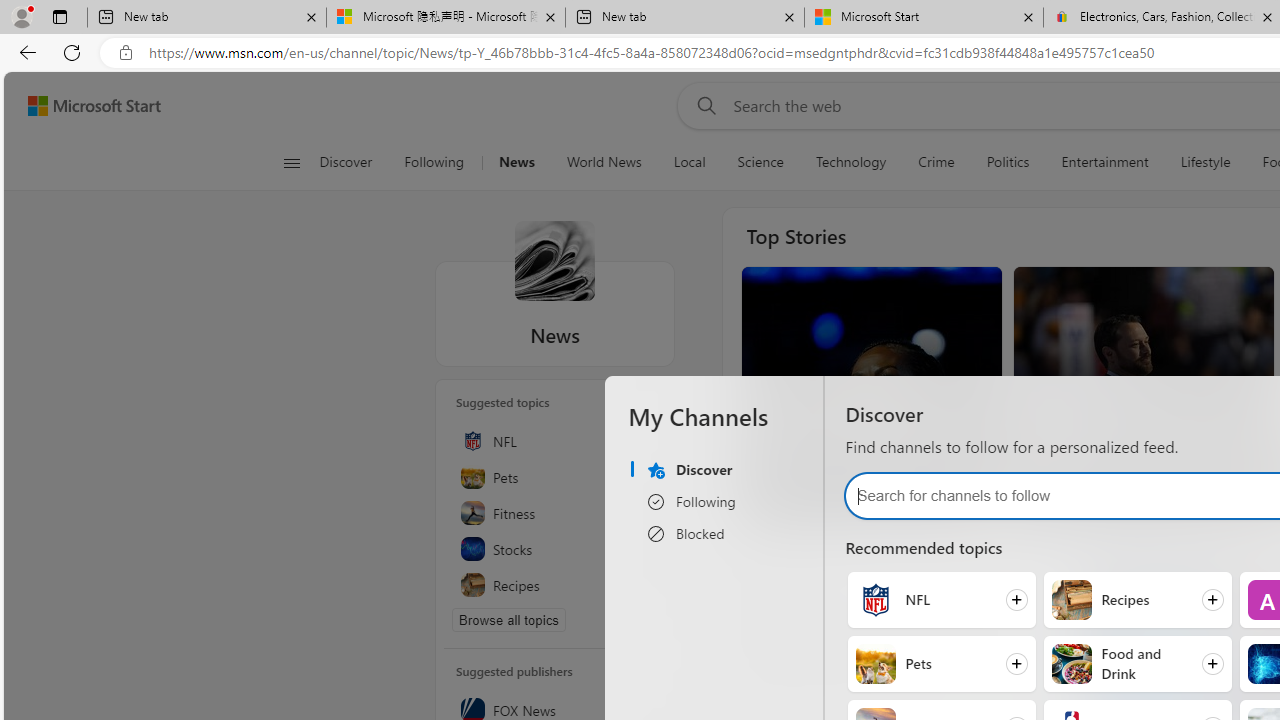 Image resolution: width=1280 pixels, height=720 pixels. Describe the element at coordinates (875, 599) in the screenshot. I see `'NFL'` at that location.